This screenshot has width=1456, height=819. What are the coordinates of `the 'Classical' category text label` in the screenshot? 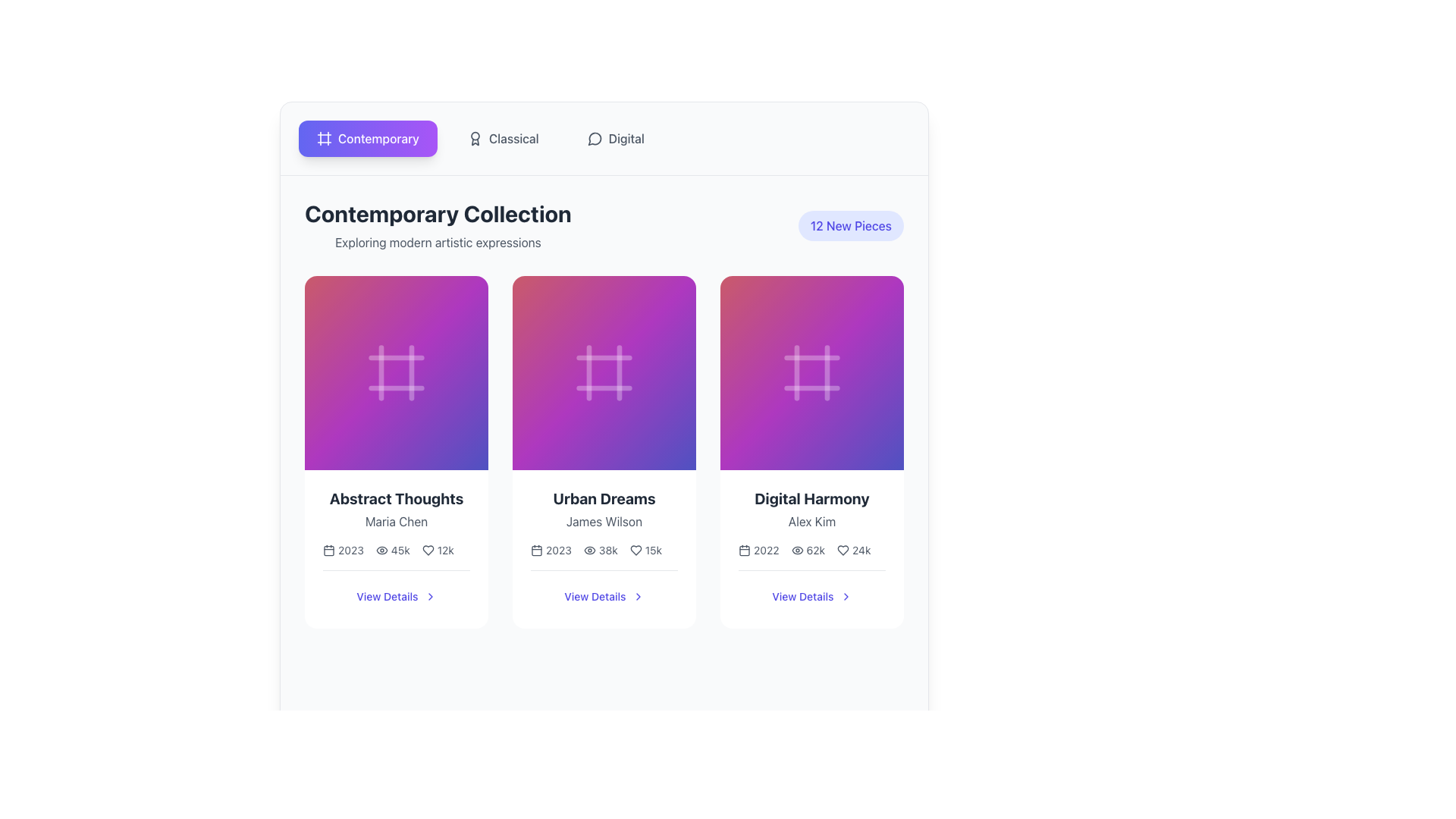 It's located at (513, 138).